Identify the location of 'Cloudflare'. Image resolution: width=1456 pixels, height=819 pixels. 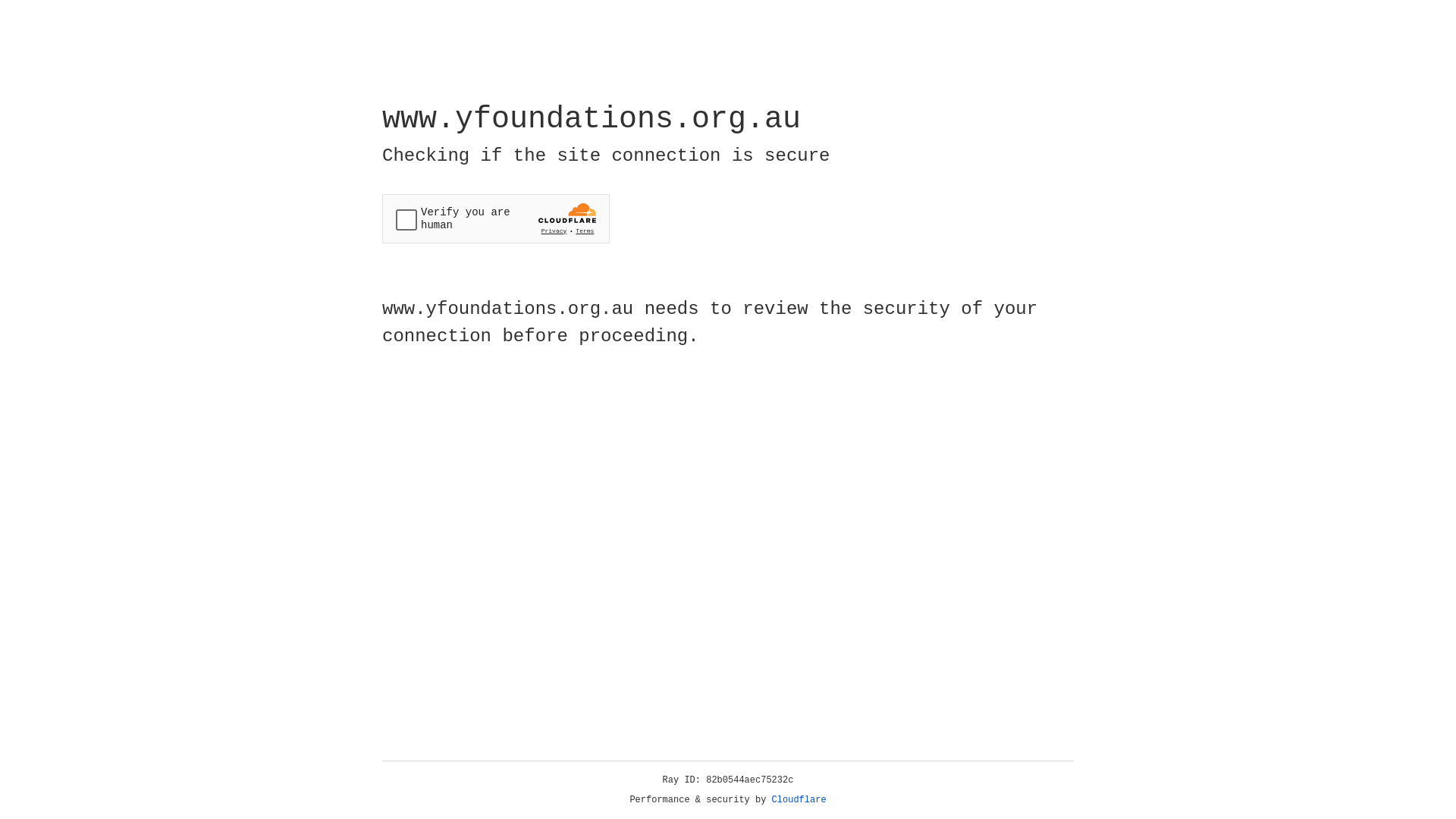
(799, 799).